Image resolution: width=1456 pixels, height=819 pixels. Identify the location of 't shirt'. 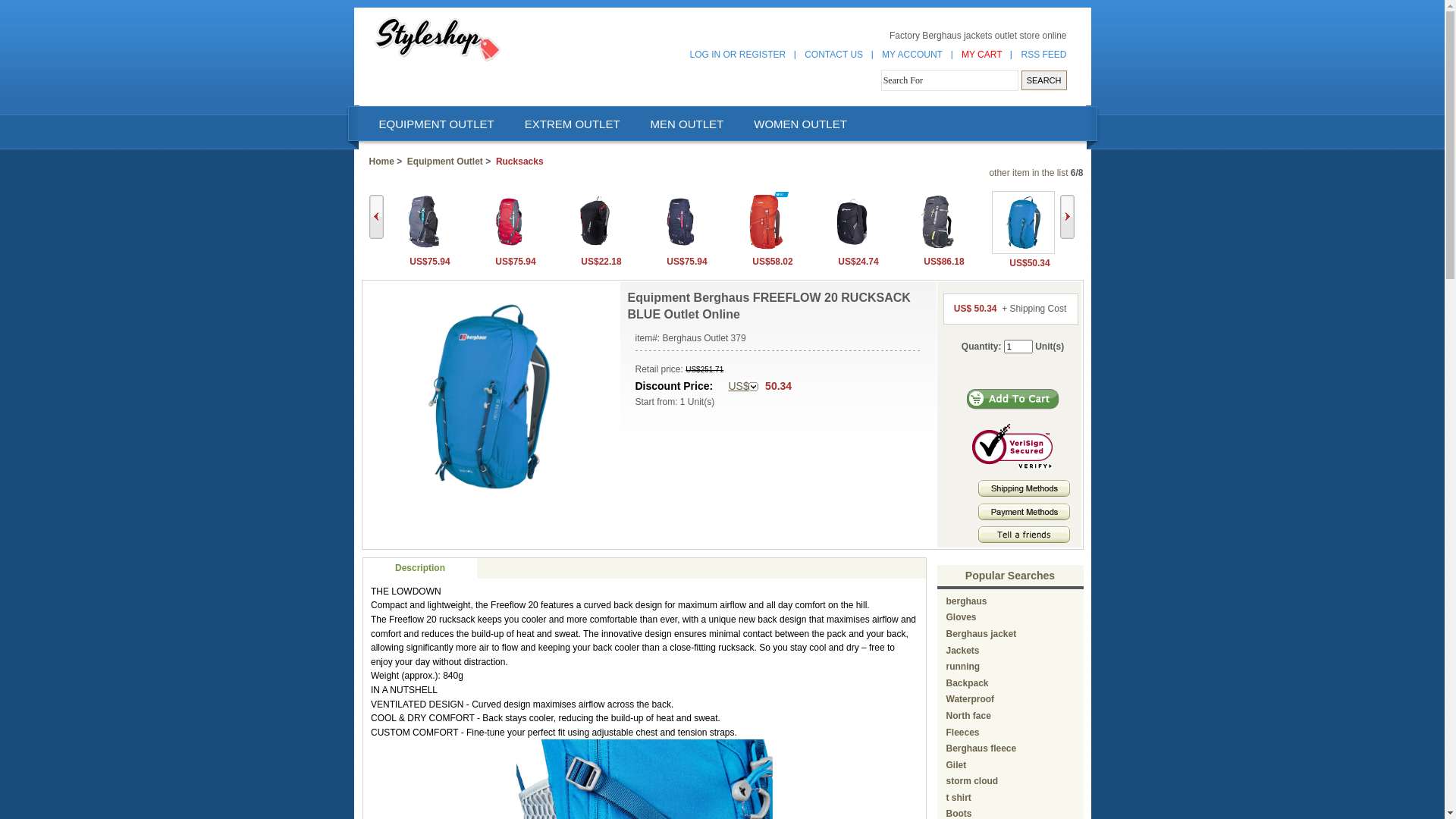
(958, 797).